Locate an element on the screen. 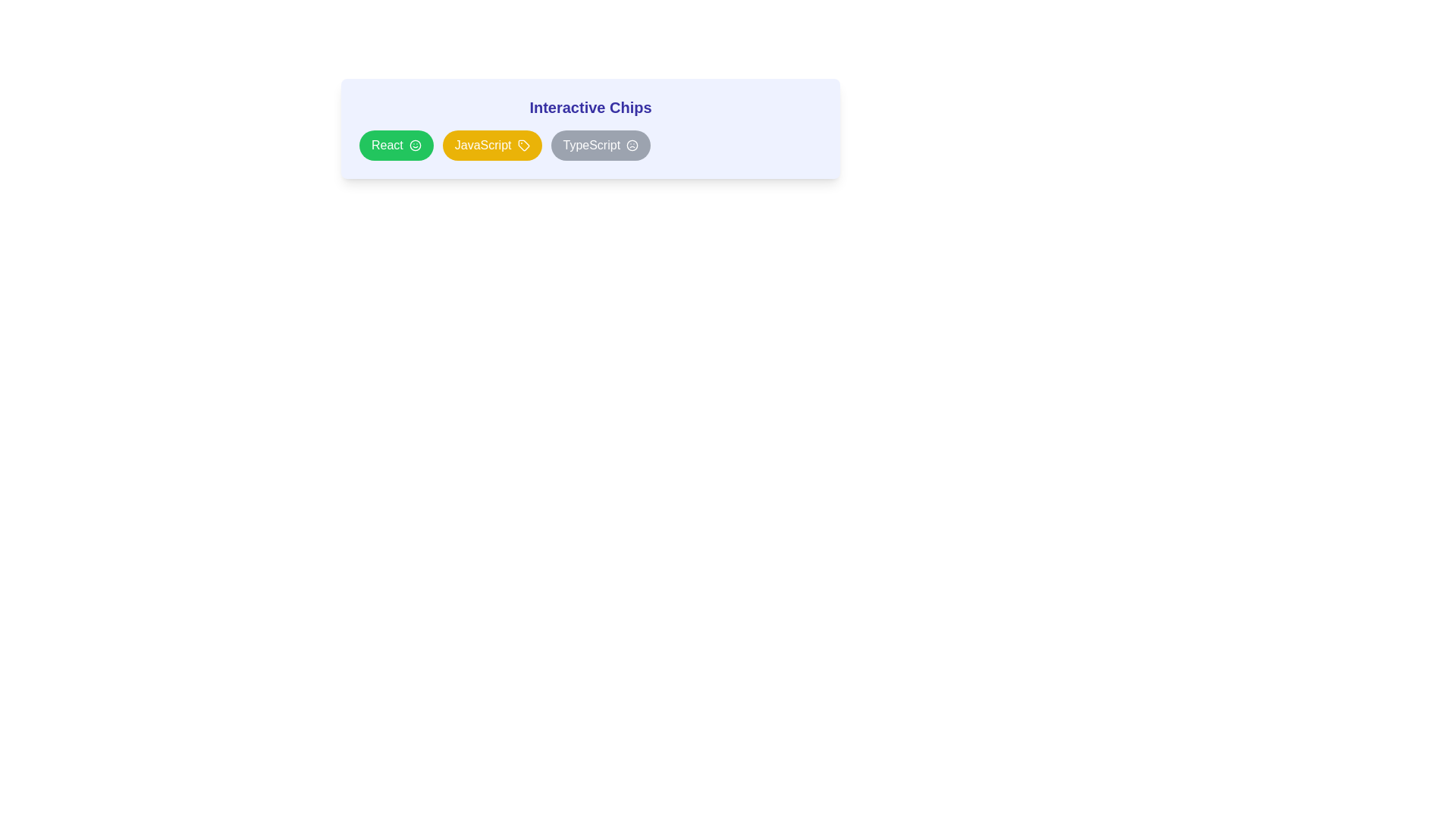  the label component that identifies the chip as 'TypeScript', which is the third element in a row of interactive chips labeled 'React', 'JavaScript', and 'TypeScript' is located at coordinates (591, 146).